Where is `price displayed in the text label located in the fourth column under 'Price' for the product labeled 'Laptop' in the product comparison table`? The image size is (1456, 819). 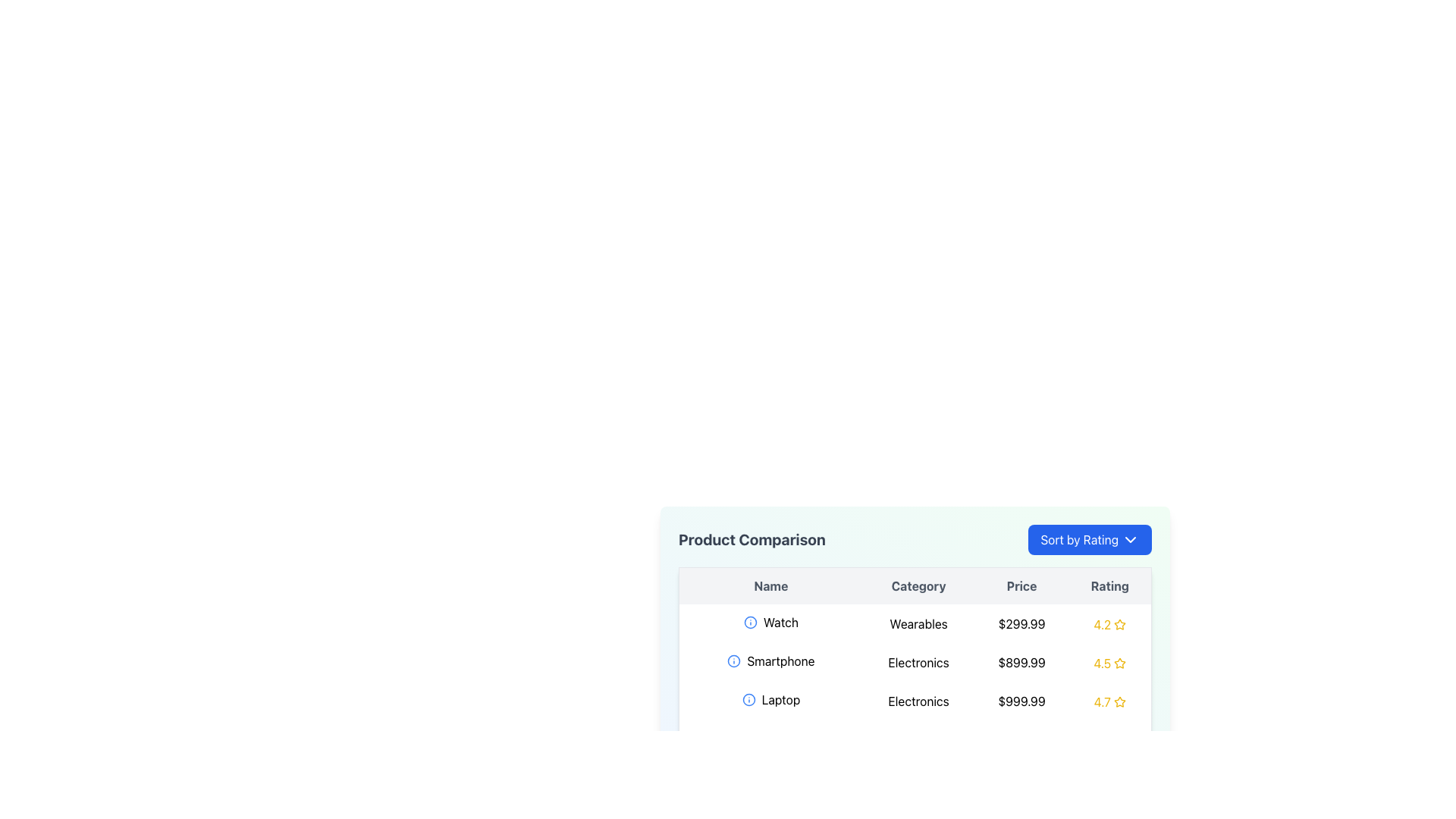 price displayed in the text label located in the fourth column under 'Price' for the product labeled 'Laptop' in the product comparison table is located at coordinates (1021, 701).